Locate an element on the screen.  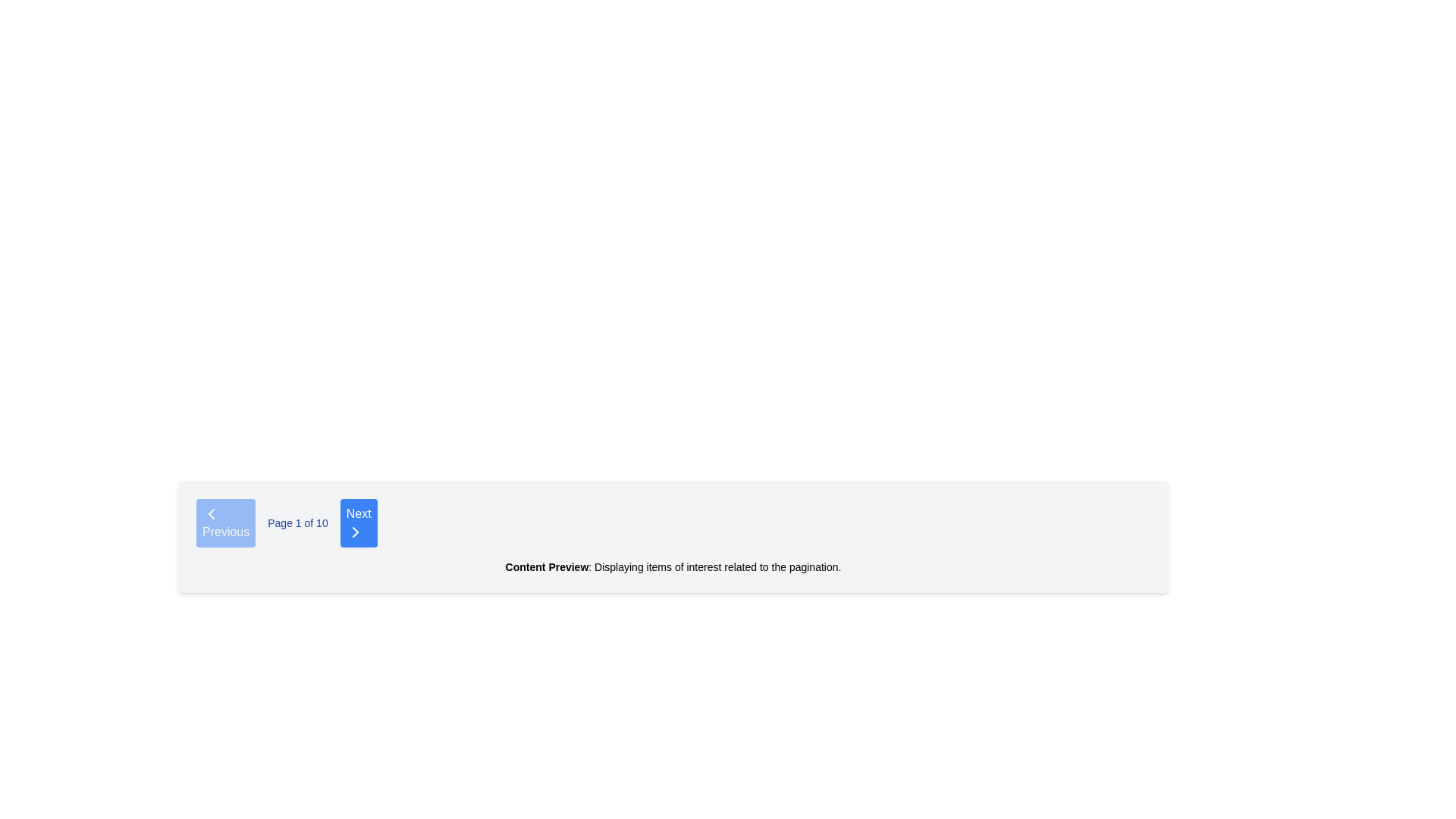
the text label that reads 'Content Preview: Displaying items of interest related to the pagination.', which serves as a header or title below the pagination controls is located at coordinates (546, 567).